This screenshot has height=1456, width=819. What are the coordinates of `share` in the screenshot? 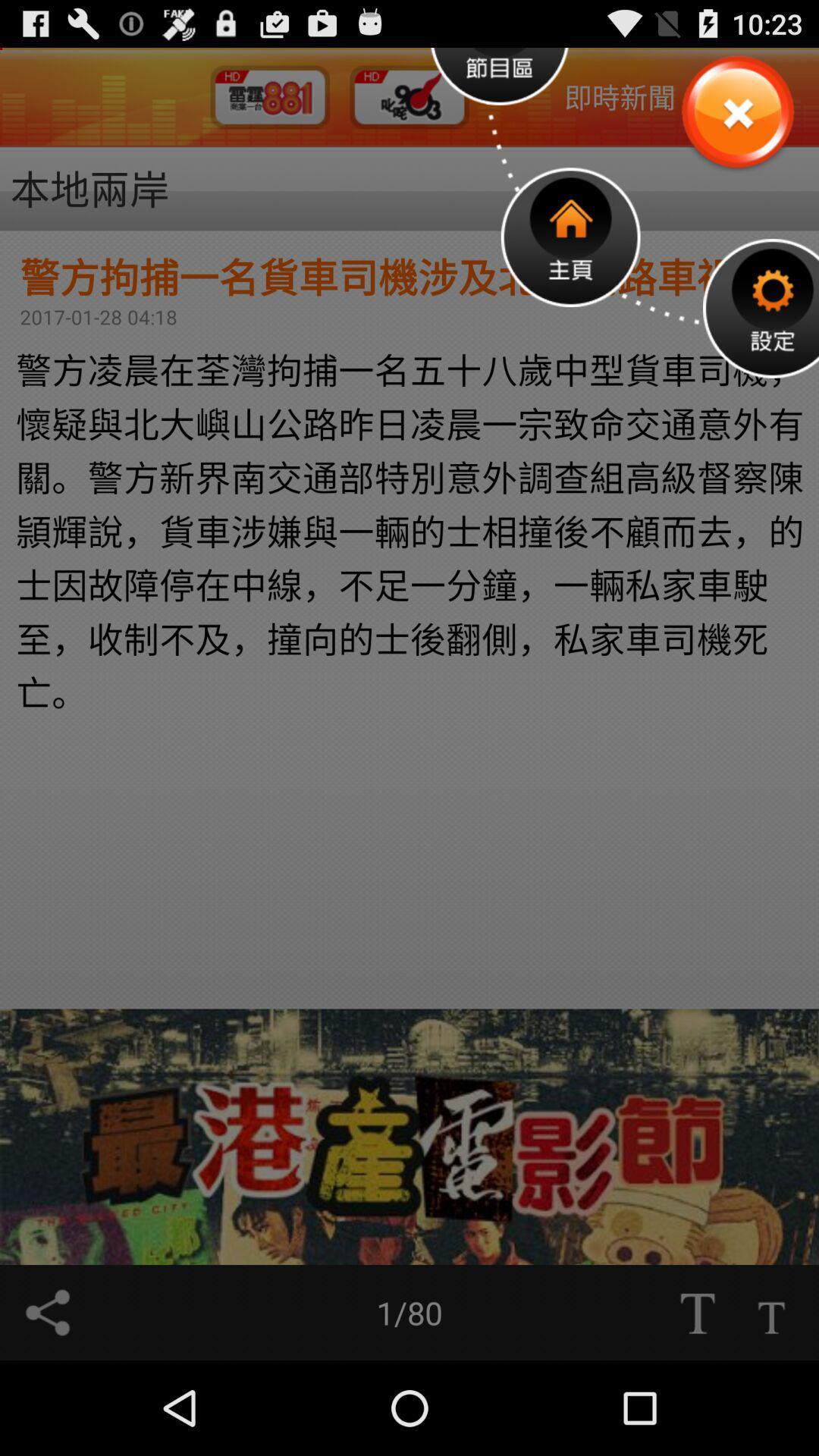 It's located at (46, 1312).